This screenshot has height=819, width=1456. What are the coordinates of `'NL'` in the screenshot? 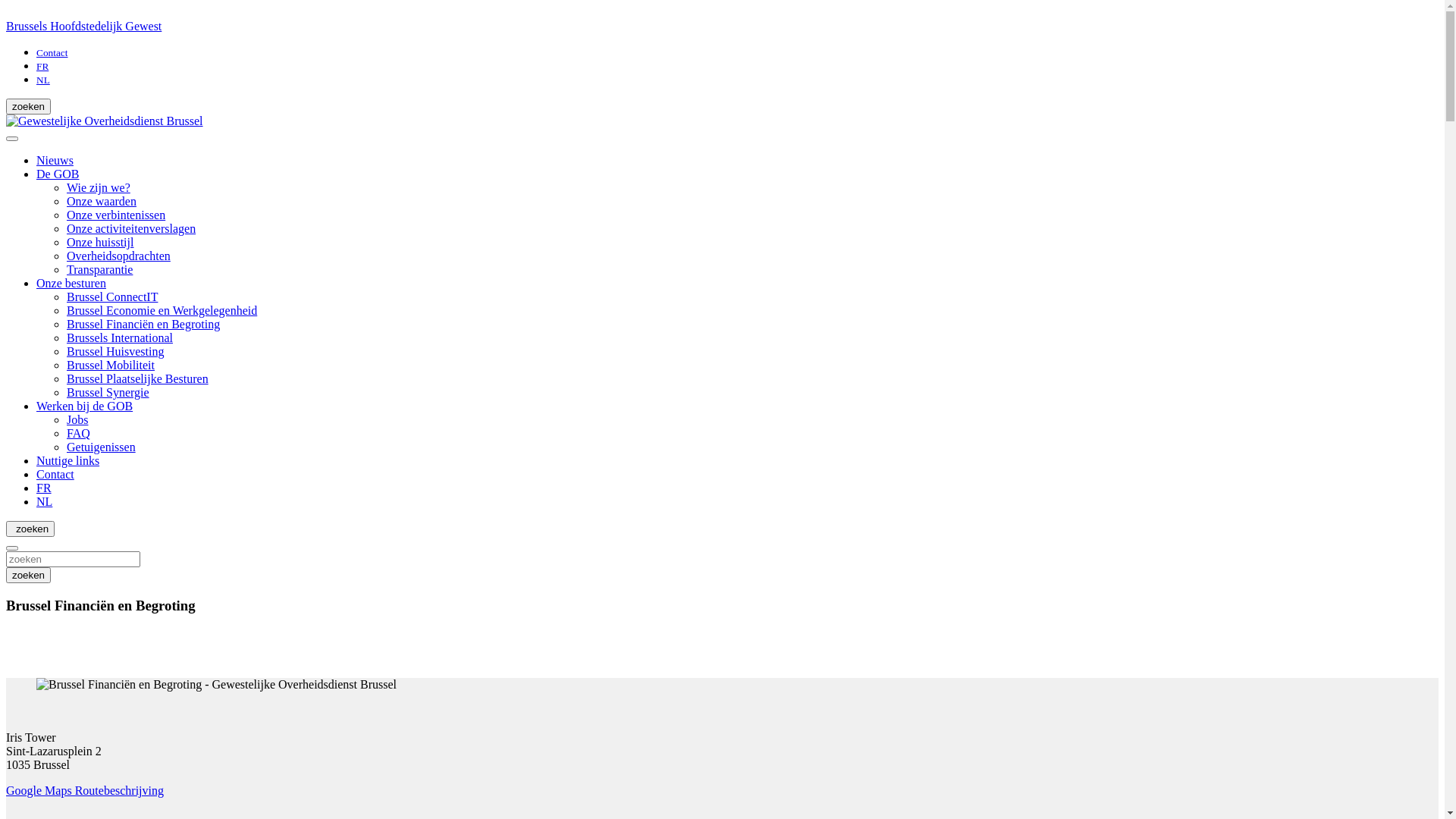 It's located at (43, 79).